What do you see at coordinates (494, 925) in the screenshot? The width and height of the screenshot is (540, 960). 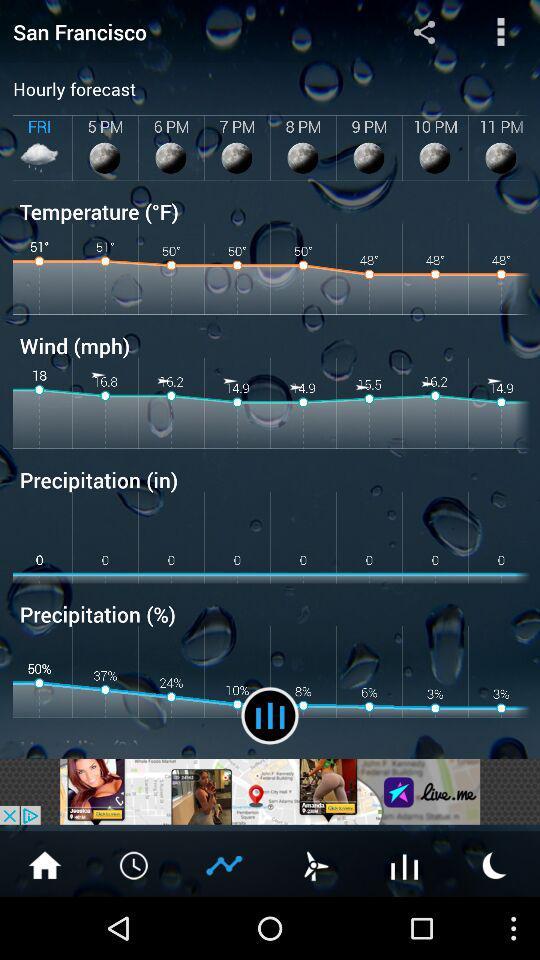 I see `the weather icon` at bounding box center [494, 925].